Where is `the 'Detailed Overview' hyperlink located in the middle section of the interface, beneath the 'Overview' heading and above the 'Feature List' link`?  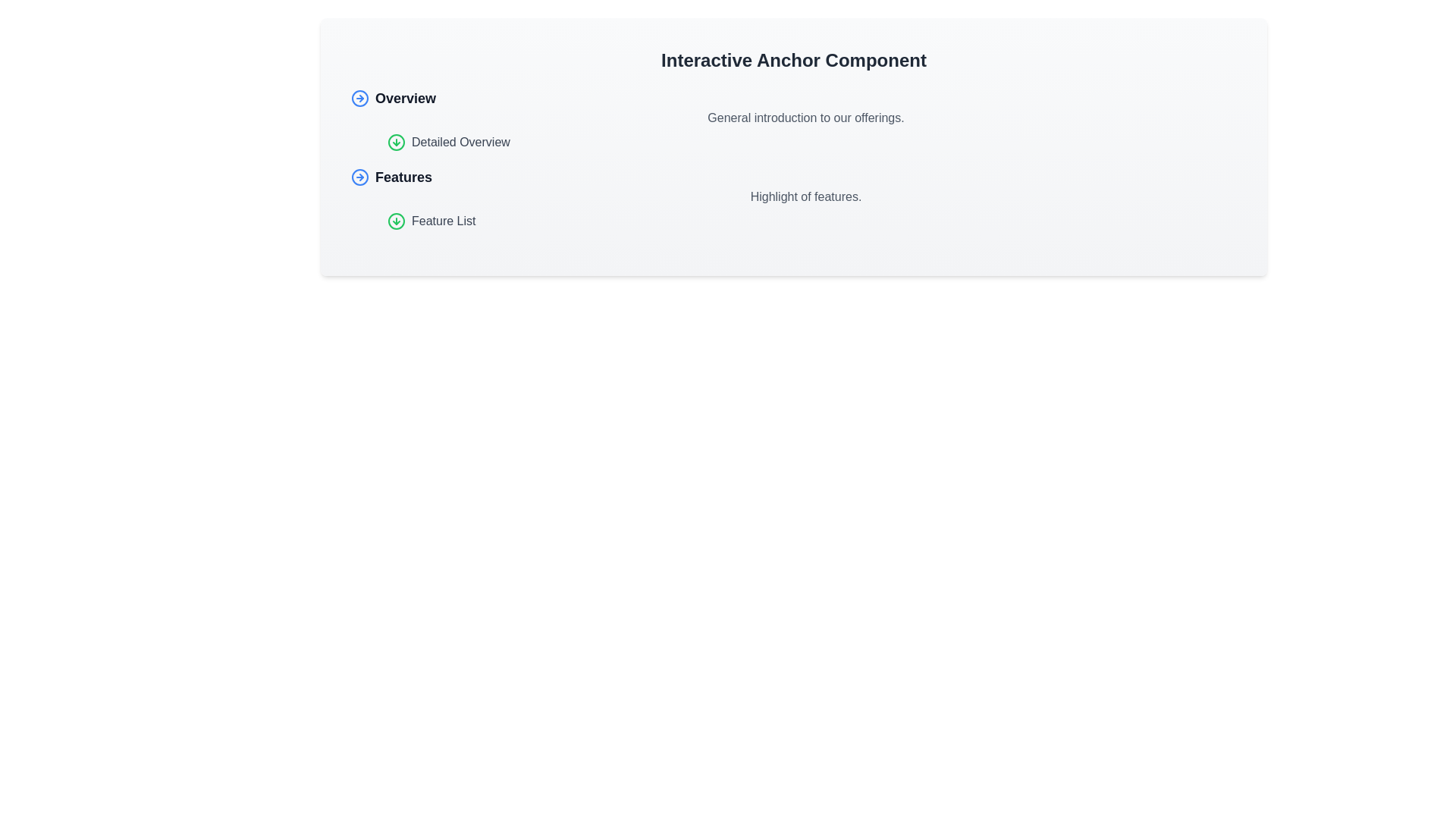 the 'Detailed Overview' hyperlink located in the middle section of the interface, beneath the 'Overview' heading and above the 'Feature List' link is located at coordinates (460, 143).